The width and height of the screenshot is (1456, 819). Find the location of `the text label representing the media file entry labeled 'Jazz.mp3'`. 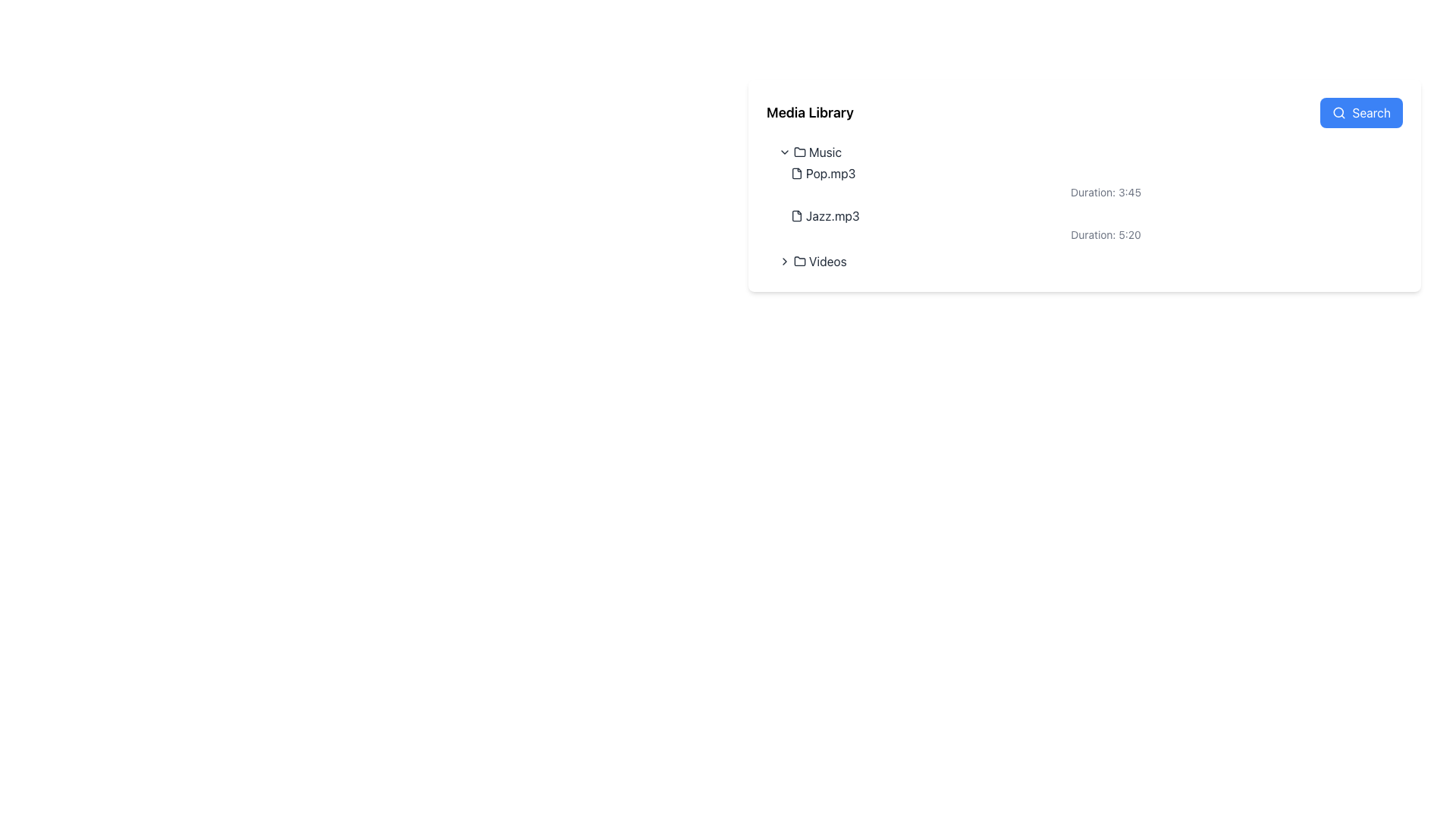

the text label representing the media file entry labeled 'Jazz.mp3' is located at coordinates (832, 216).